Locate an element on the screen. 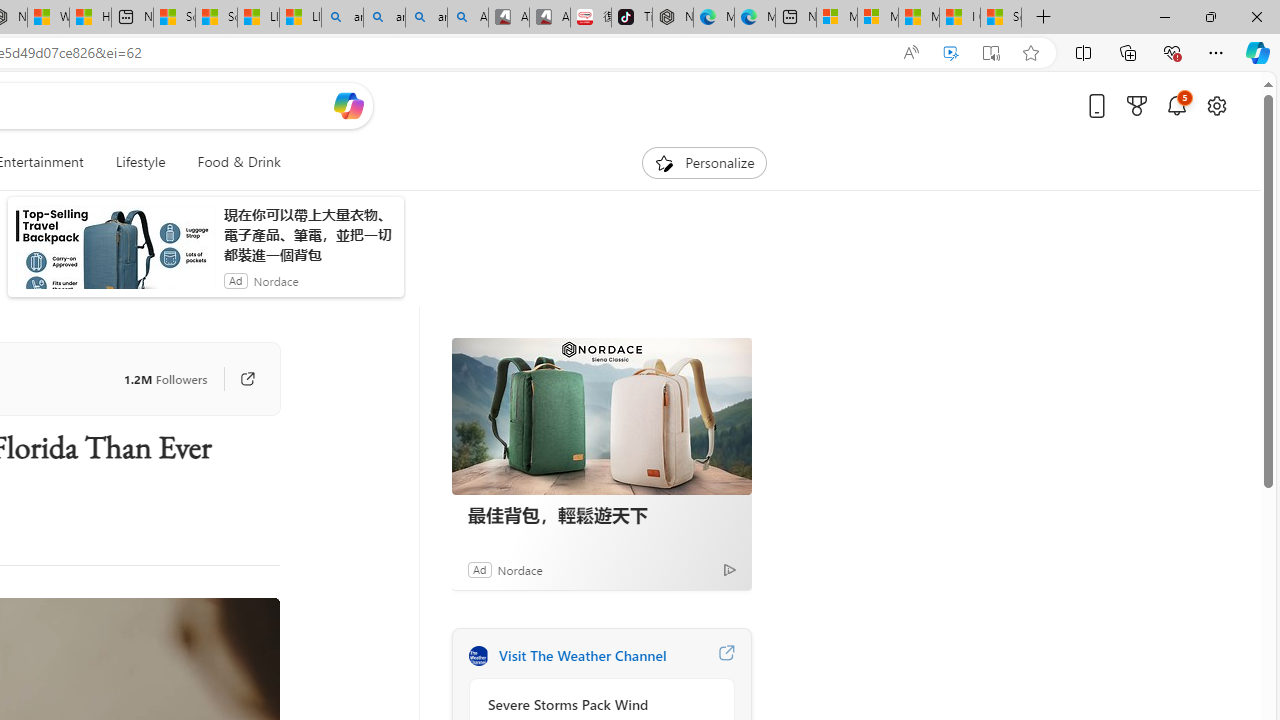 The height and width of the screenshot is (720, 1280). 'Settings and more (Alt+F)' is located at coordinates (1215, 51).